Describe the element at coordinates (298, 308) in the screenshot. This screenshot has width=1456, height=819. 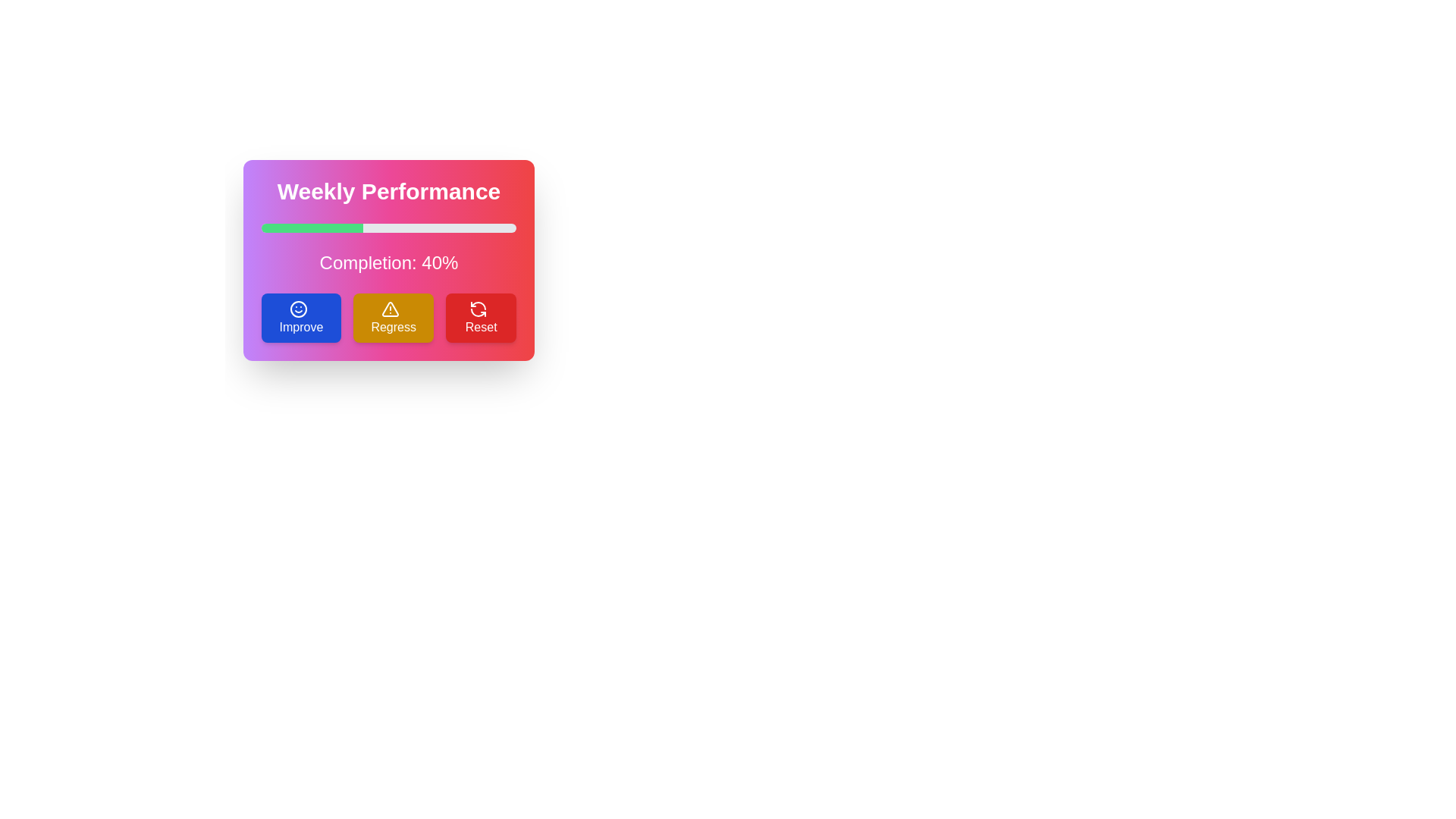
I see `the circular smiley face icon located on the left side of the 'Improve' button, which is beneath the 'Completion: 40%' text` at that location.